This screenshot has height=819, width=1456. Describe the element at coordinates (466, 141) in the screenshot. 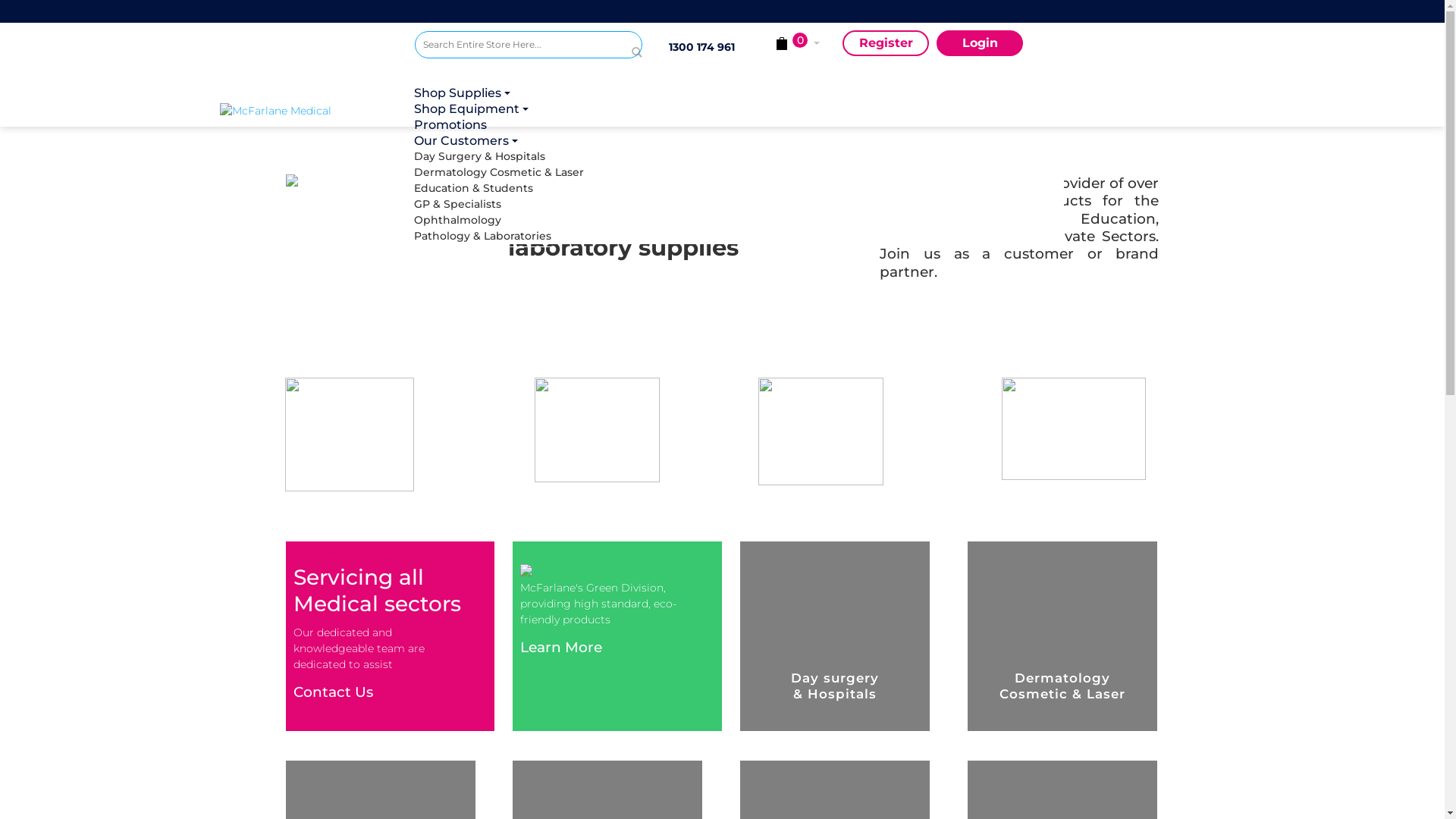

I see `'Our Customers  '` at that location.